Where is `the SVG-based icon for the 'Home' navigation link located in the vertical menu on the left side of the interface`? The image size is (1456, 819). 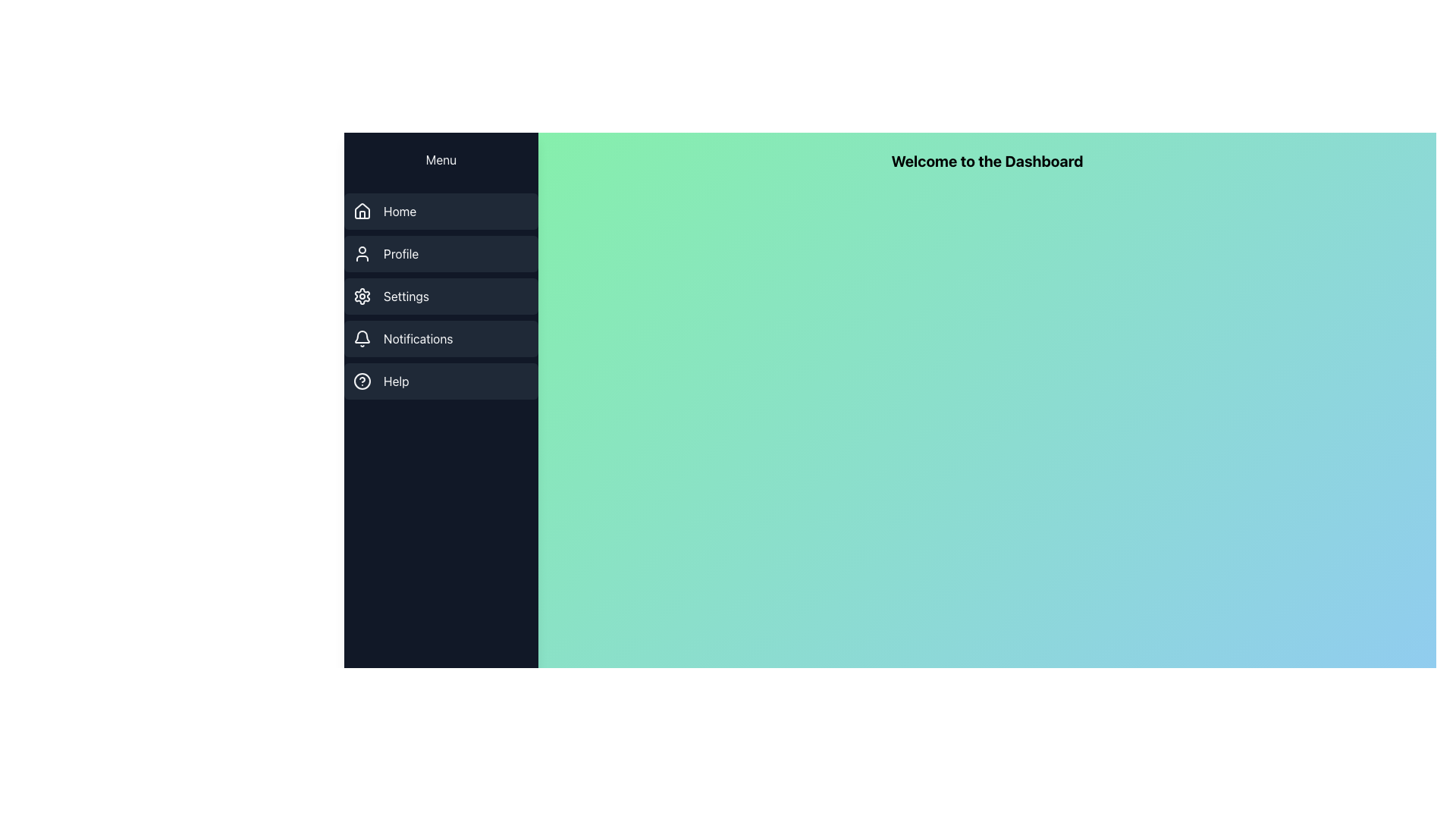 the SVG-based icon for the 'Home' navigation link located in the vertical menu on the left side of the interface is located at coordinates (362, 211).